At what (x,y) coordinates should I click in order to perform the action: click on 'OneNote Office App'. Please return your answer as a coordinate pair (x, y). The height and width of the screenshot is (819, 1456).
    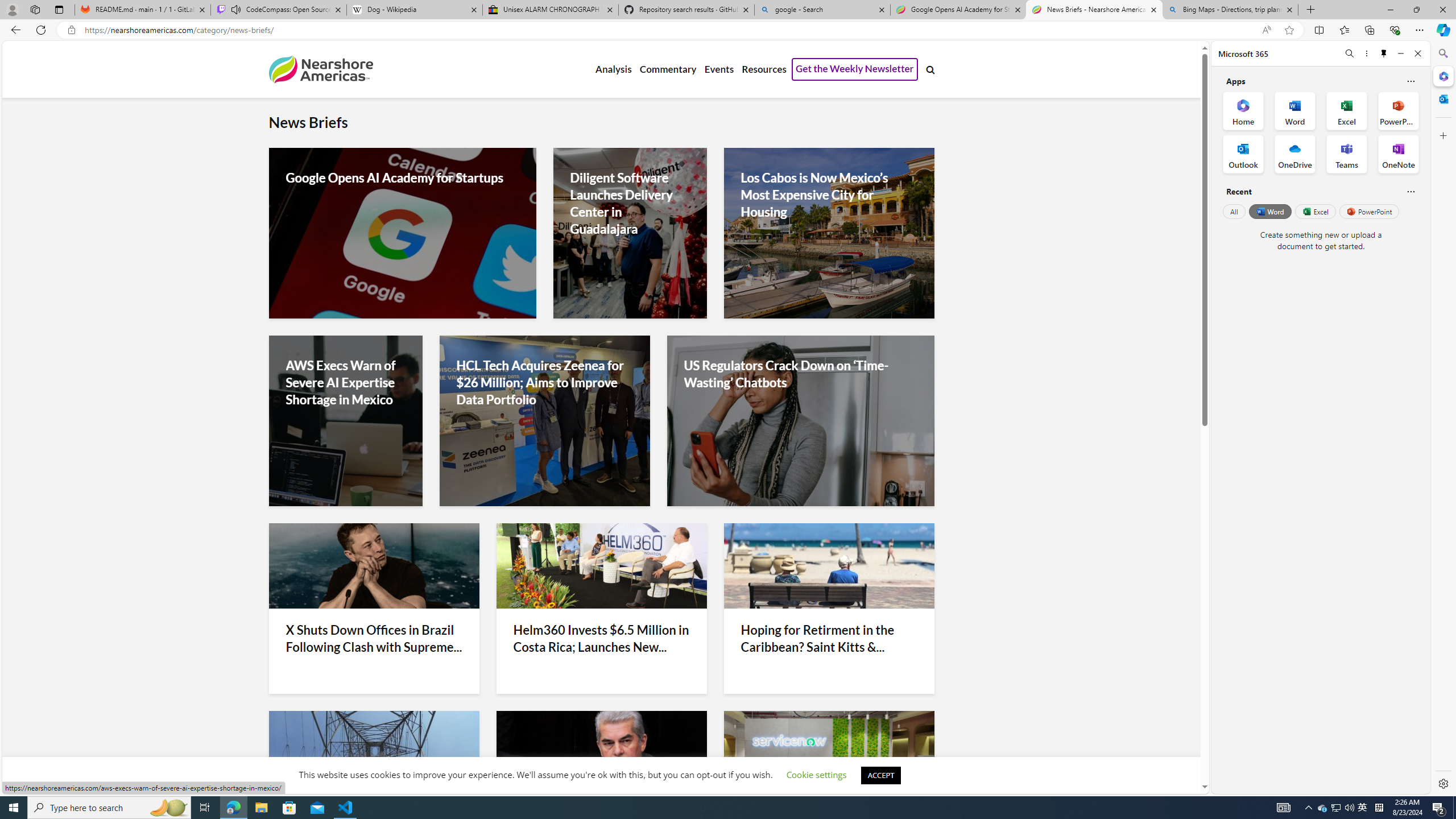
    Looking at the image, I should click on (1398, 154).